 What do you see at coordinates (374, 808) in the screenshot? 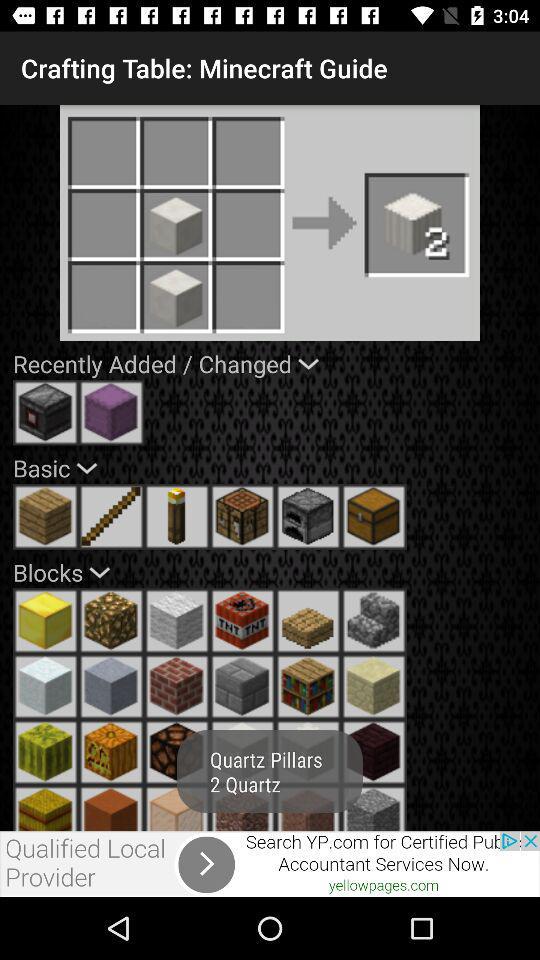
I see `the block` at bounding box center [374, 808].